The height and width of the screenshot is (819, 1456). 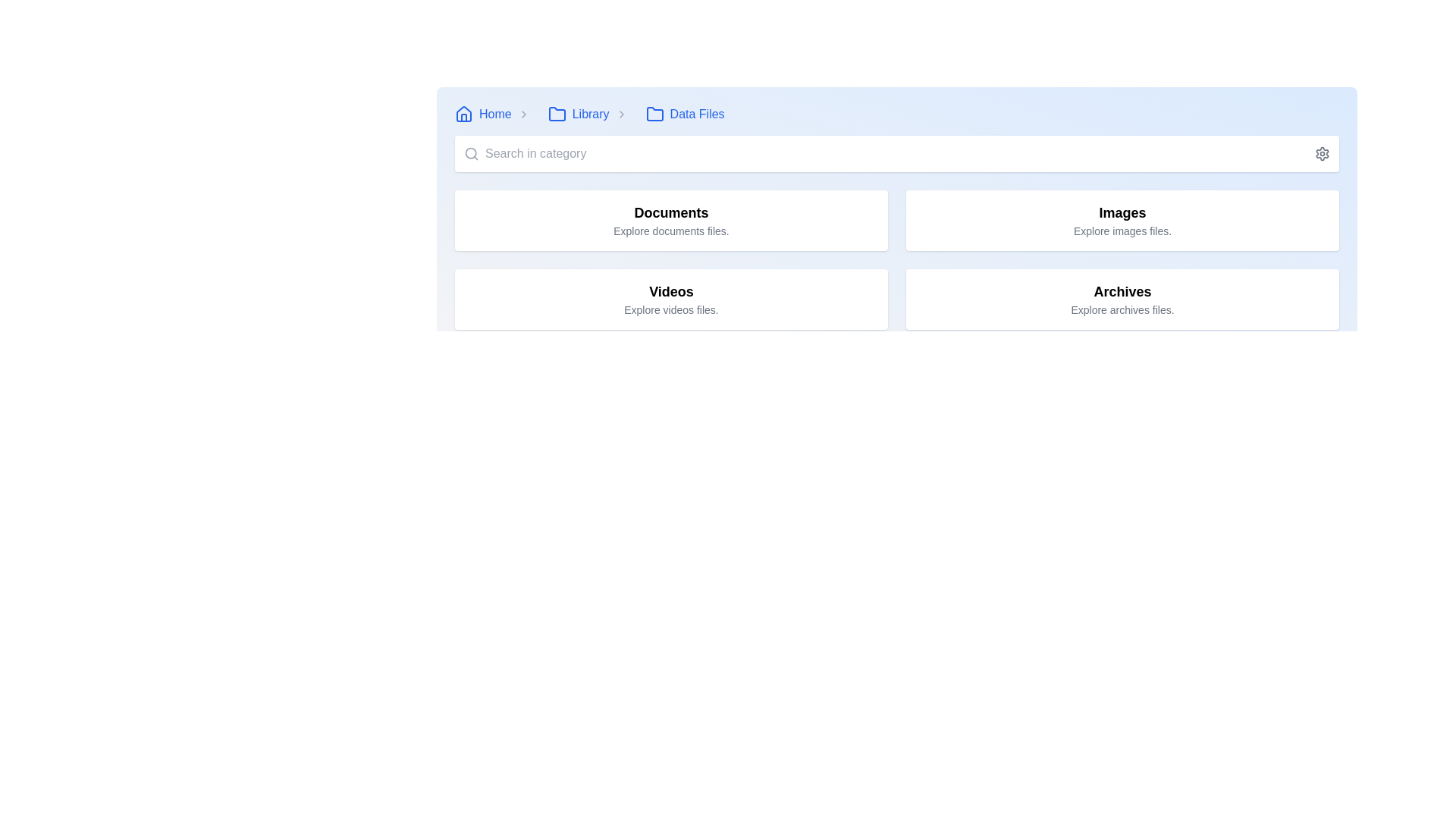 What do you see at coordinates (471, 154) in the screenshot?
I see `the search icon located on the left side of the search bar, which serves as a visual indicator for search functionality` at bounding box center [471, 154].